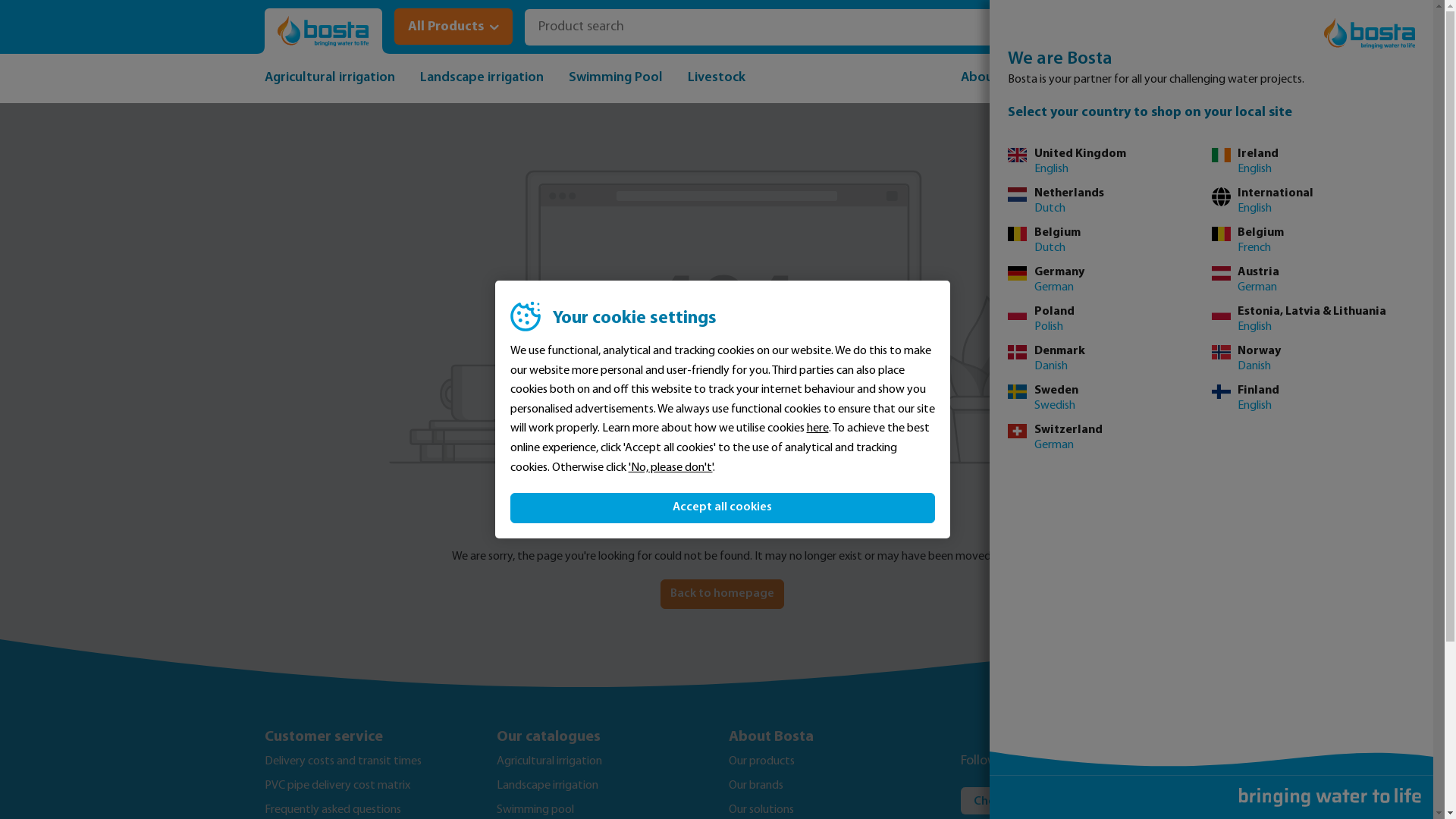  Describe the element at coordinates (1313, 161) in the screenshot. I see `'Ireland` at that location.